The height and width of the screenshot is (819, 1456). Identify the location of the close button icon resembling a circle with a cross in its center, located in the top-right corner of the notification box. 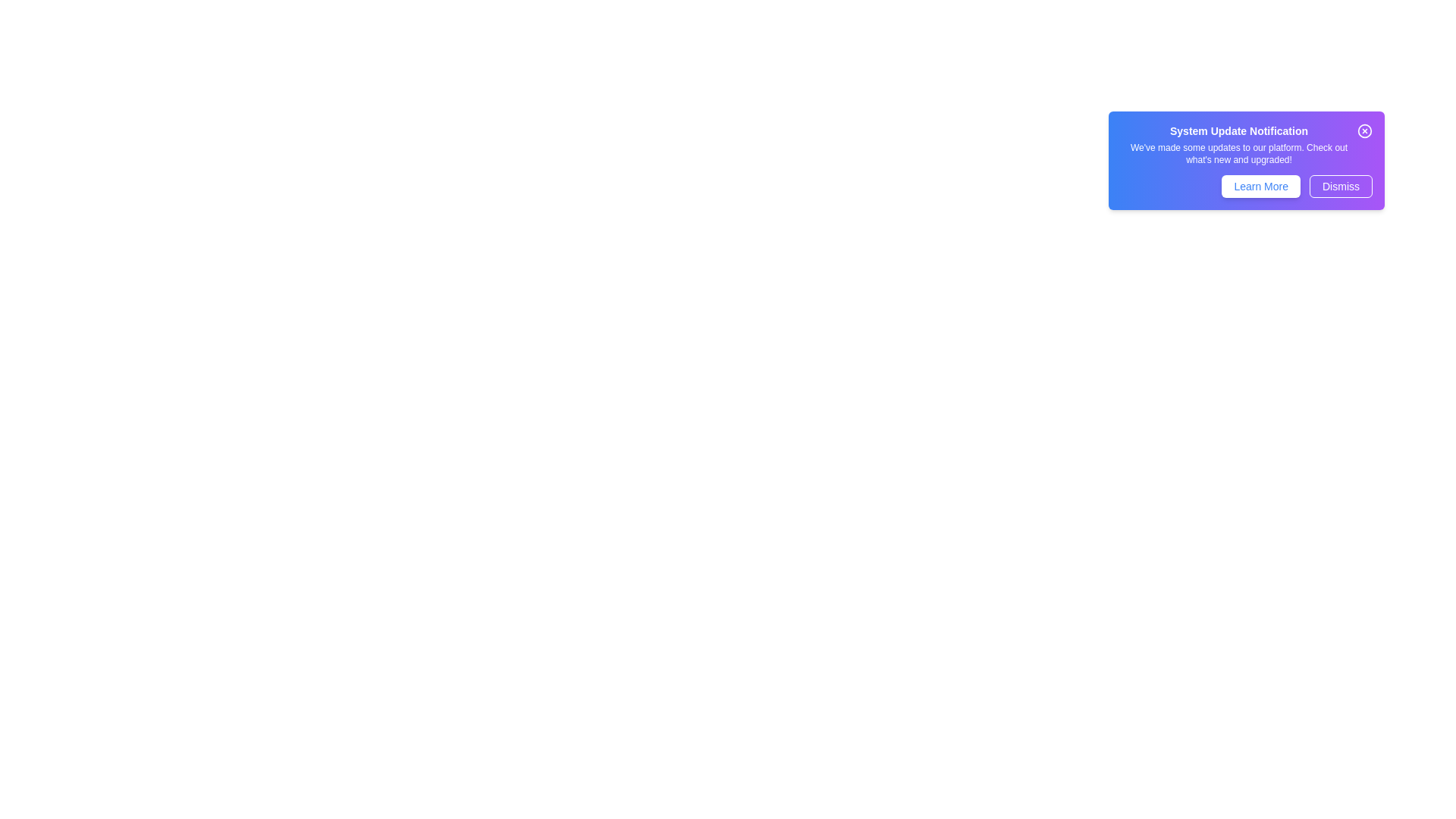
(1365, 130).